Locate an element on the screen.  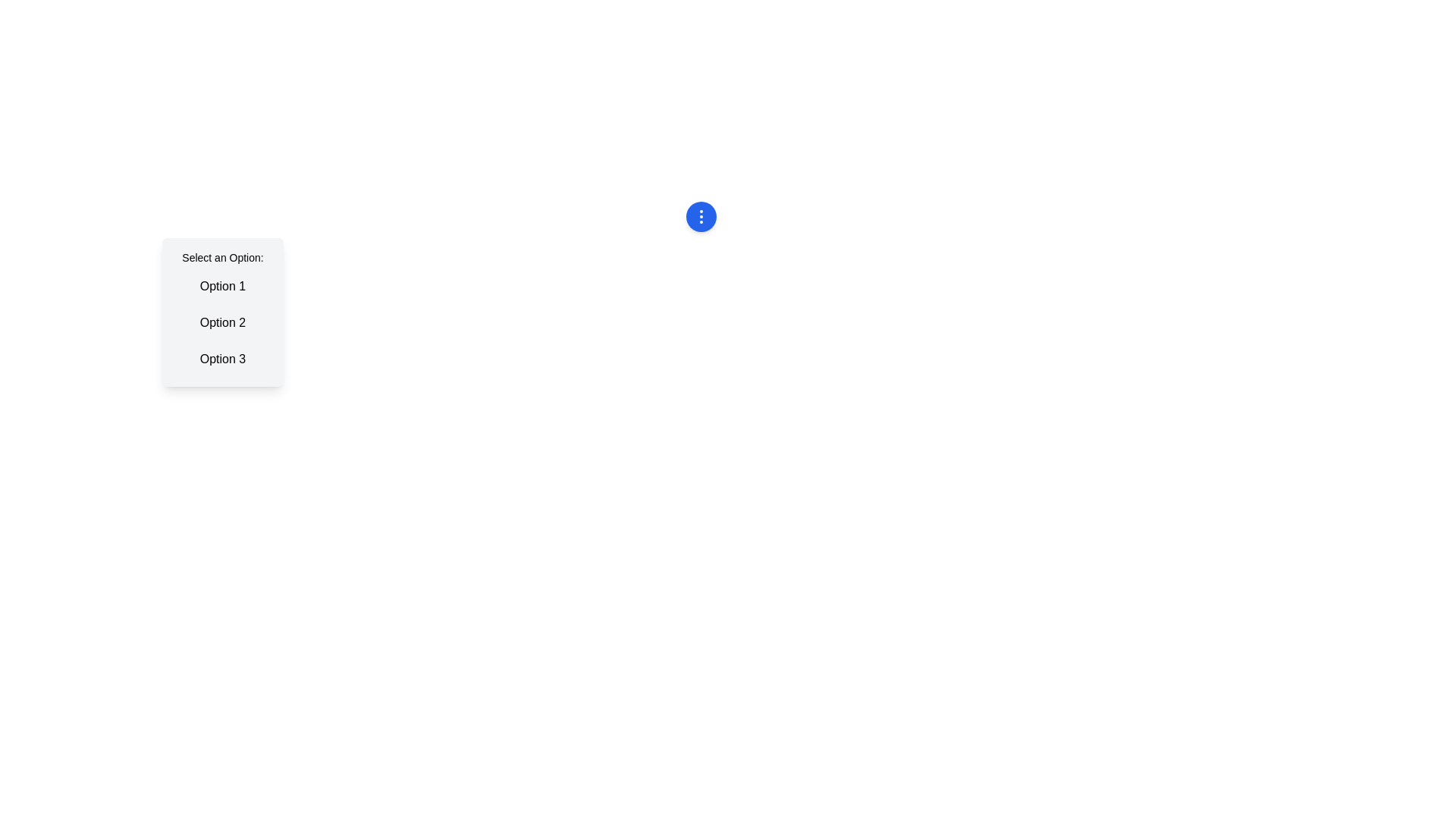
the dropdown menu labeled 'Select an Option:' is located at coordinates (221, 312).